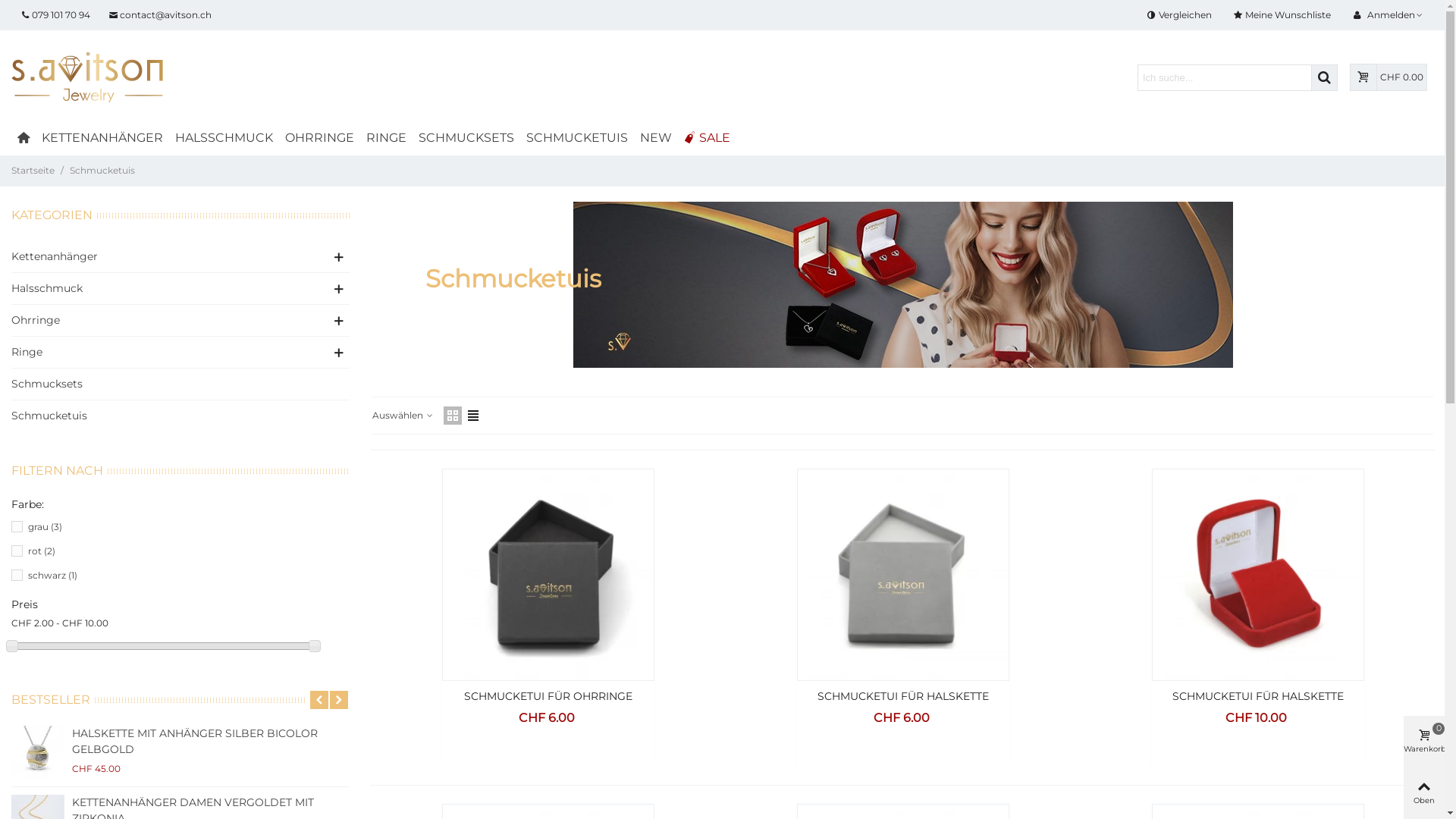 The width and height of the screenshot is (1456, 819). Describe the element at coordinates (318, 137) in the screenshot. I see `'OHRRINGE'` at that location.